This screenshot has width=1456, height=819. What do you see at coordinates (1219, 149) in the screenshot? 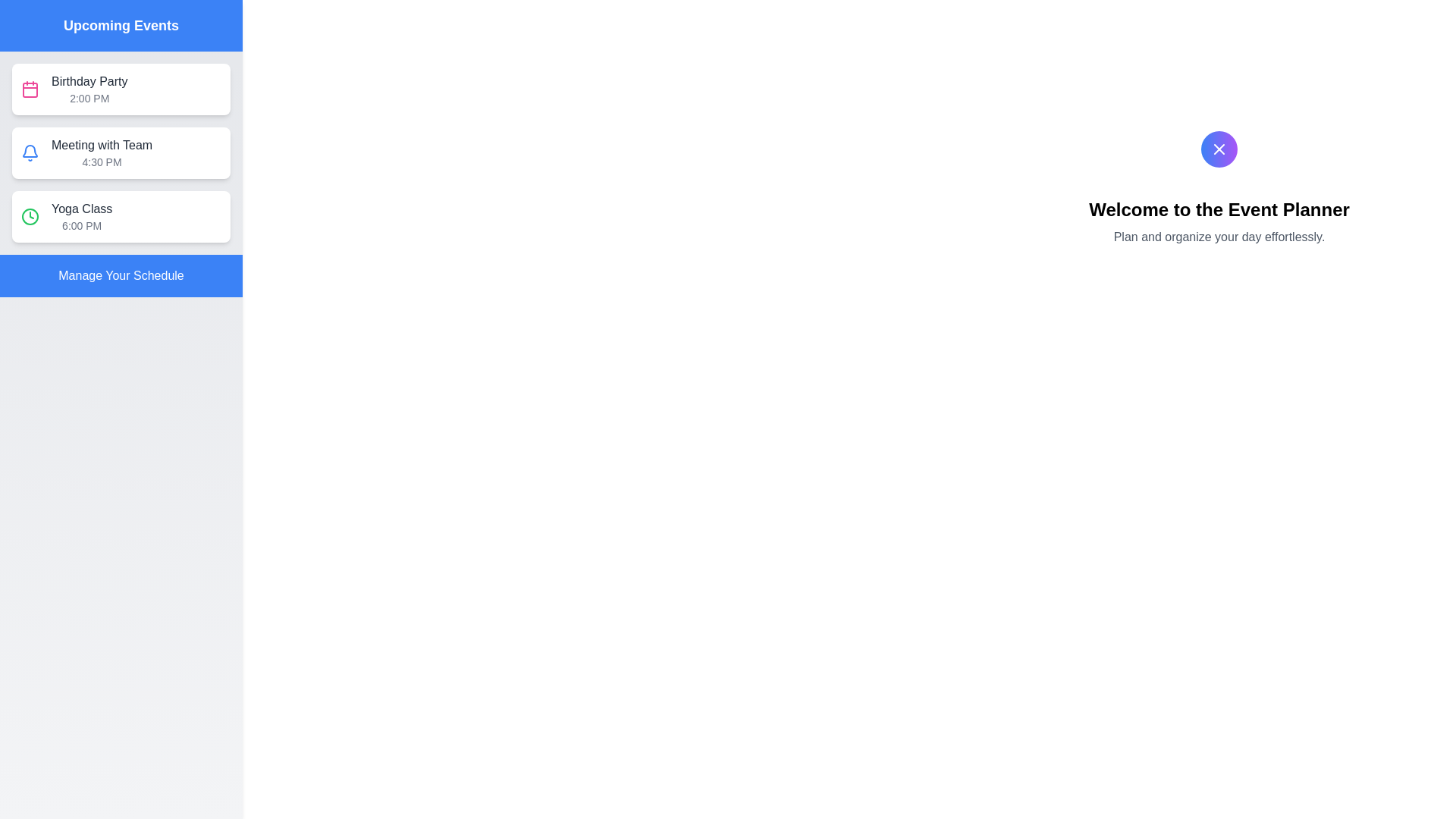
I see `the central 'x' icon within the close button of the modal, which is represented by two intersecting diagonal lines in a vector graphic style` at bounding box center [1219, 149].